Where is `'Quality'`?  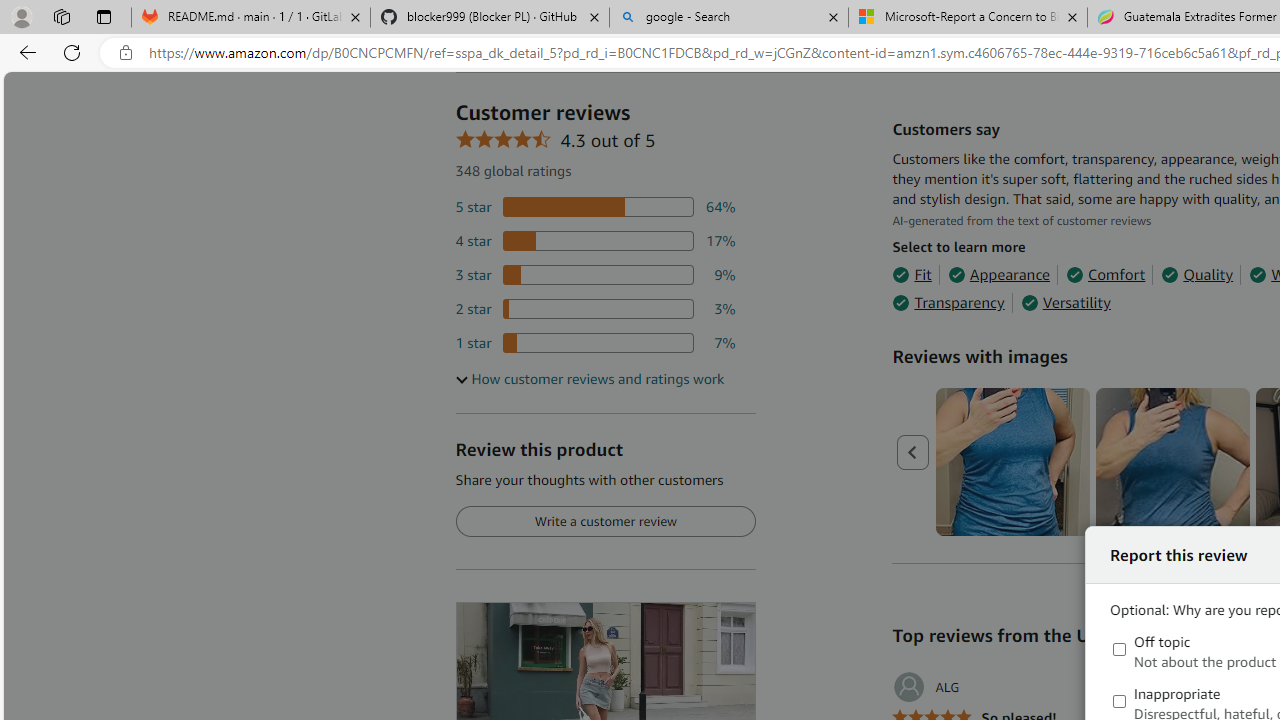 'Quality' is located at coordinates (1197, 275).